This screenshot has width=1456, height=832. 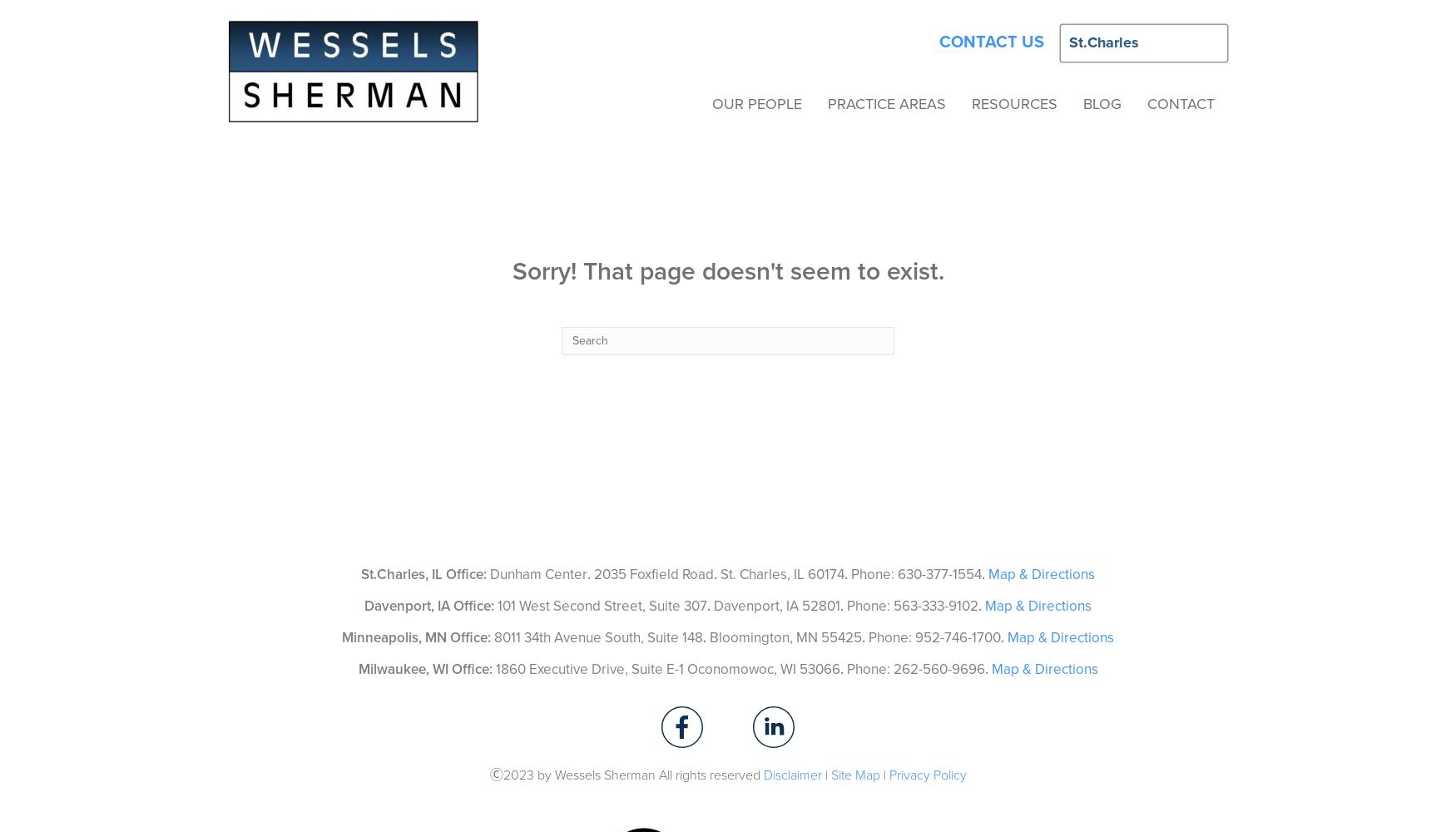 I want to click on 'Site Map', so click(x=854, y=775).